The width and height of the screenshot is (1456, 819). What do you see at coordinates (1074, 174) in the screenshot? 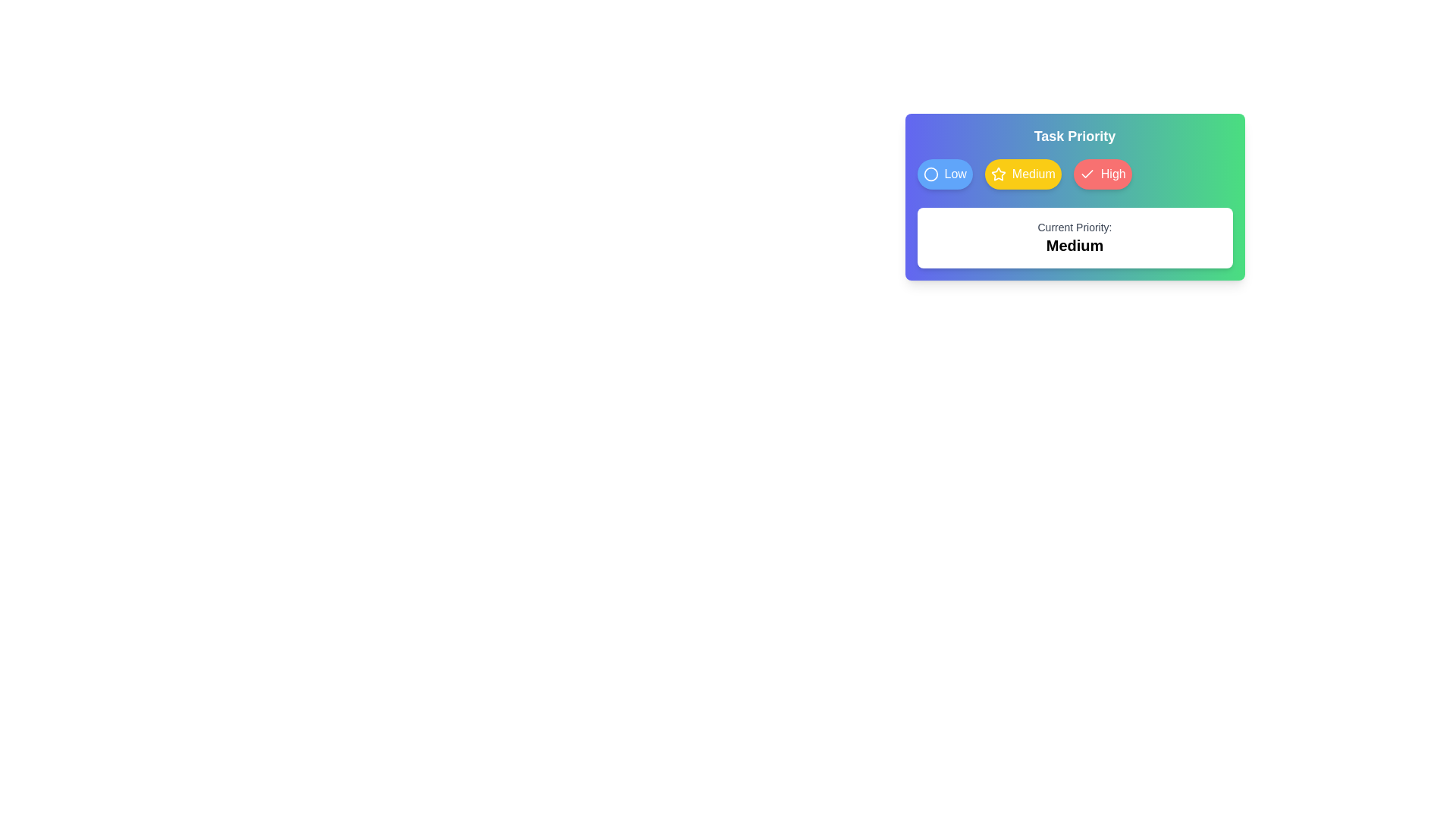
I see `the 'High' button in the Button group with selectable options` at bounding box center [1074, 174].